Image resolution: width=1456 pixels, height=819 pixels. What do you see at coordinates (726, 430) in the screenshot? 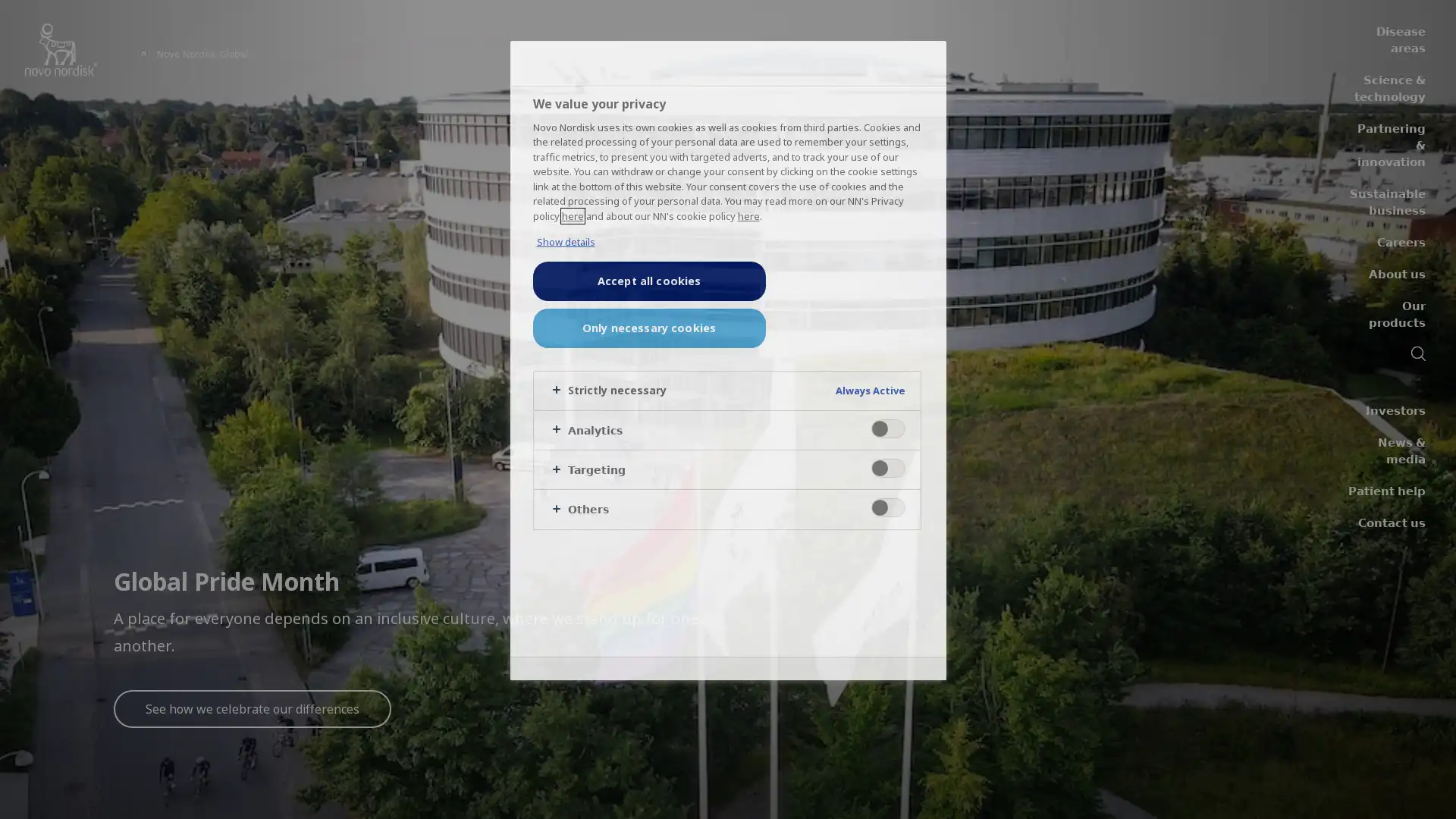
I see `Analytics` at bounding box center [726, 430].